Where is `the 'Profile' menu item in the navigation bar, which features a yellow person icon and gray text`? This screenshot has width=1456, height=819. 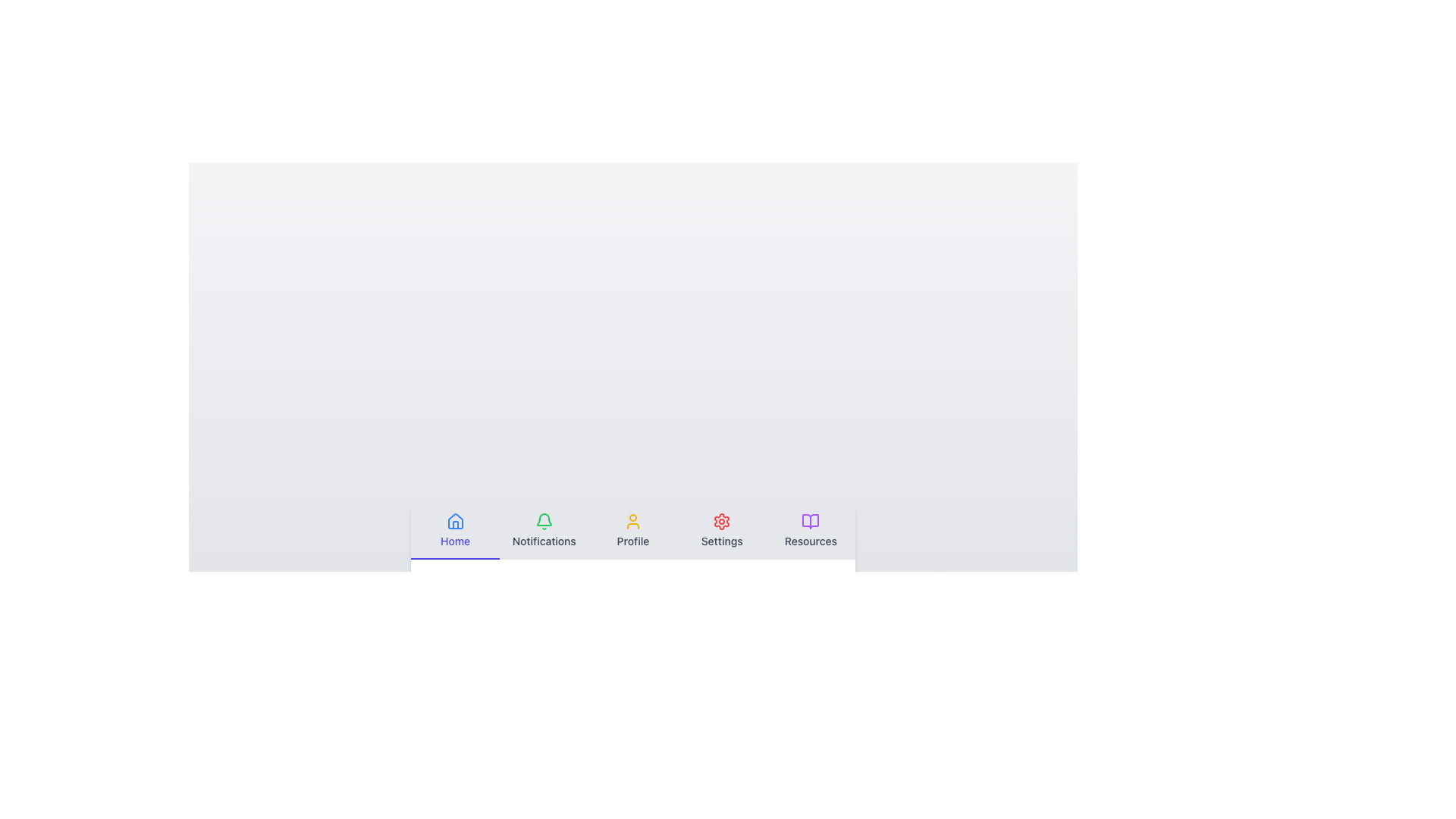
the 'Profile' menu item in the navigation bar, which features a yellow person icon and gray text is located at coordinates (633, 531).